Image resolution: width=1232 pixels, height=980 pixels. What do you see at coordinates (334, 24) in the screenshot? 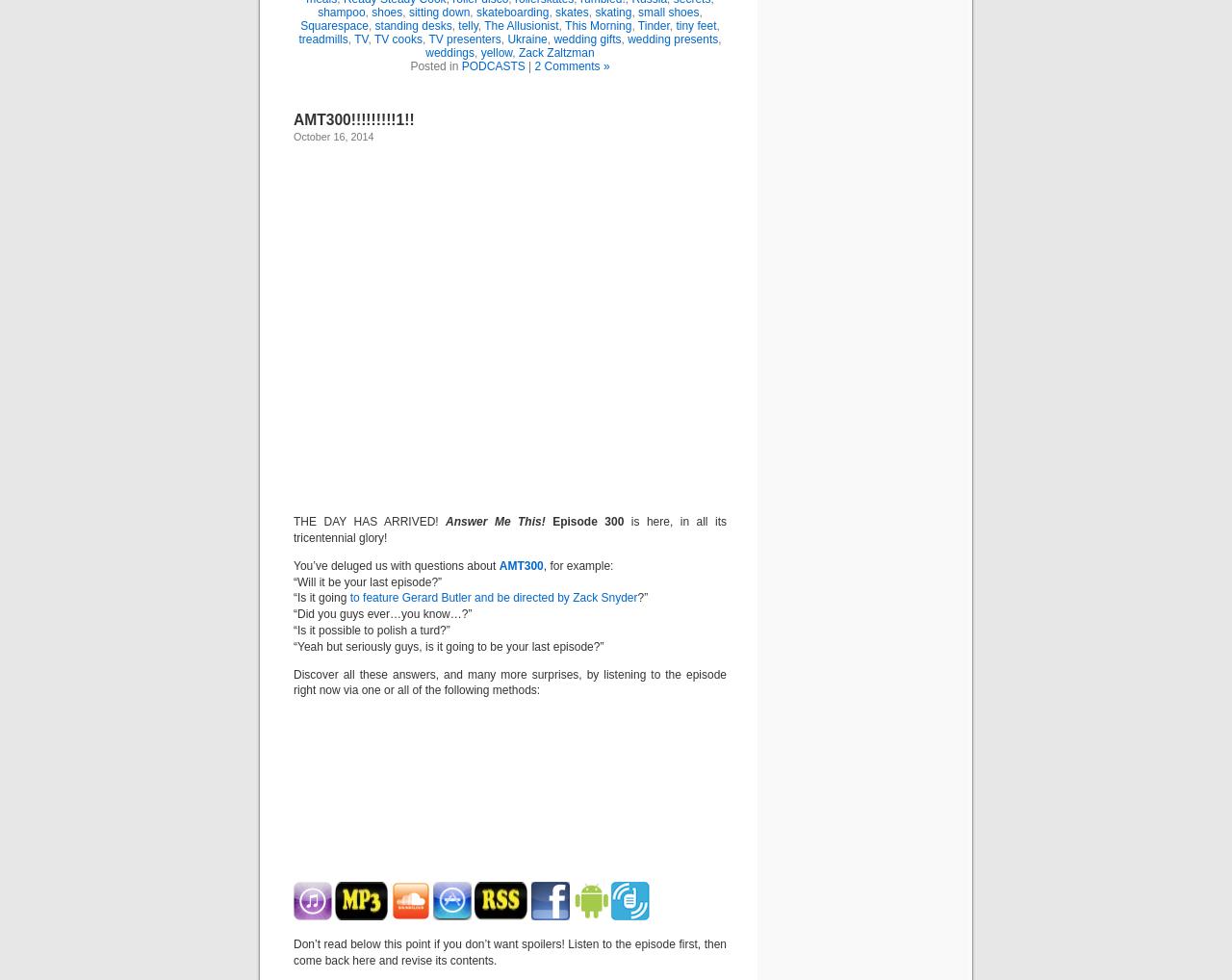
I see `'Squarespace'` at bounding box center [334, 24].